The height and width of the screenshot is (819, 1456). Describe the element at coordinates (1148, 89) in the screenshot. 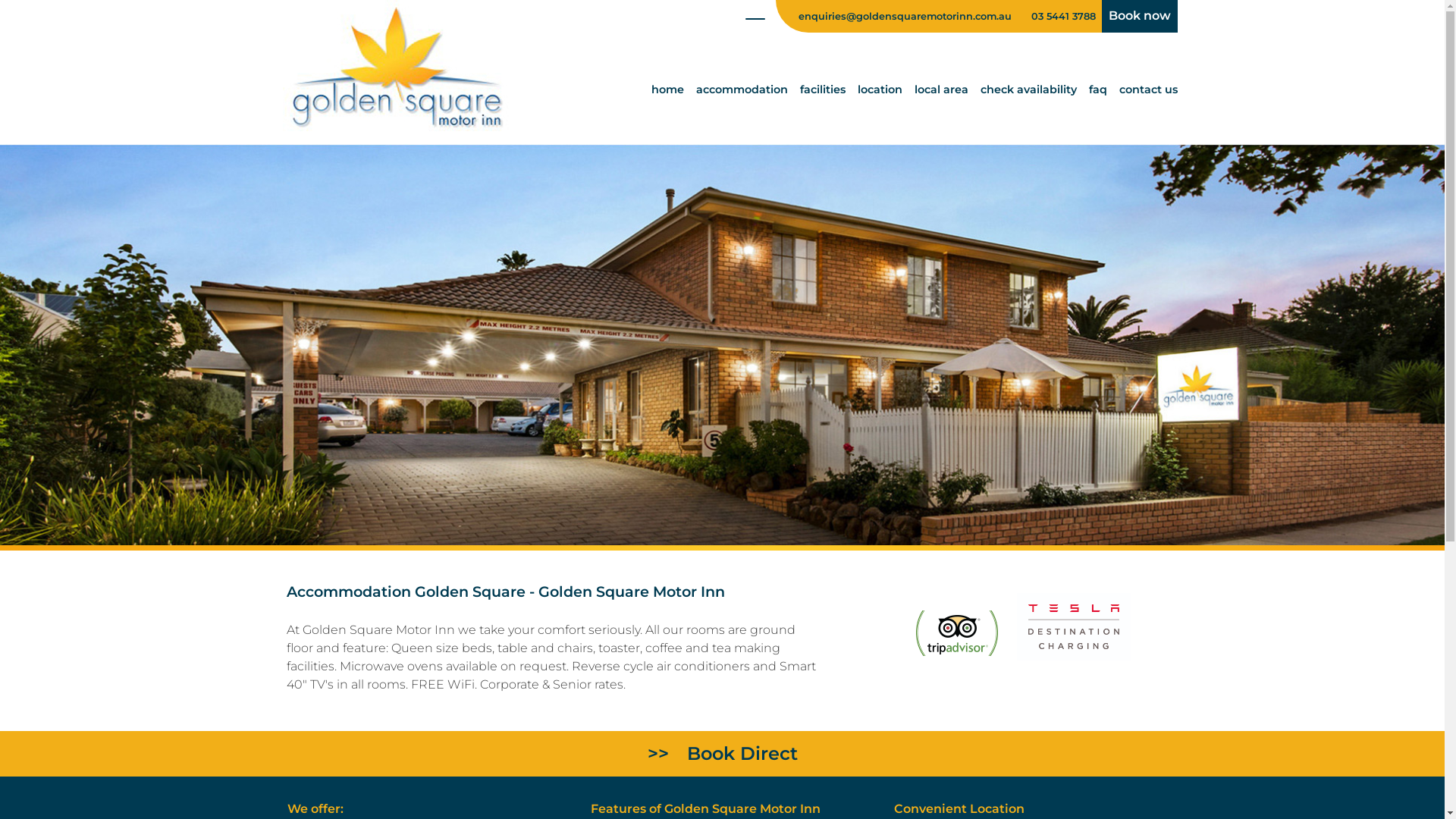

I see `'contact us'` at that location.